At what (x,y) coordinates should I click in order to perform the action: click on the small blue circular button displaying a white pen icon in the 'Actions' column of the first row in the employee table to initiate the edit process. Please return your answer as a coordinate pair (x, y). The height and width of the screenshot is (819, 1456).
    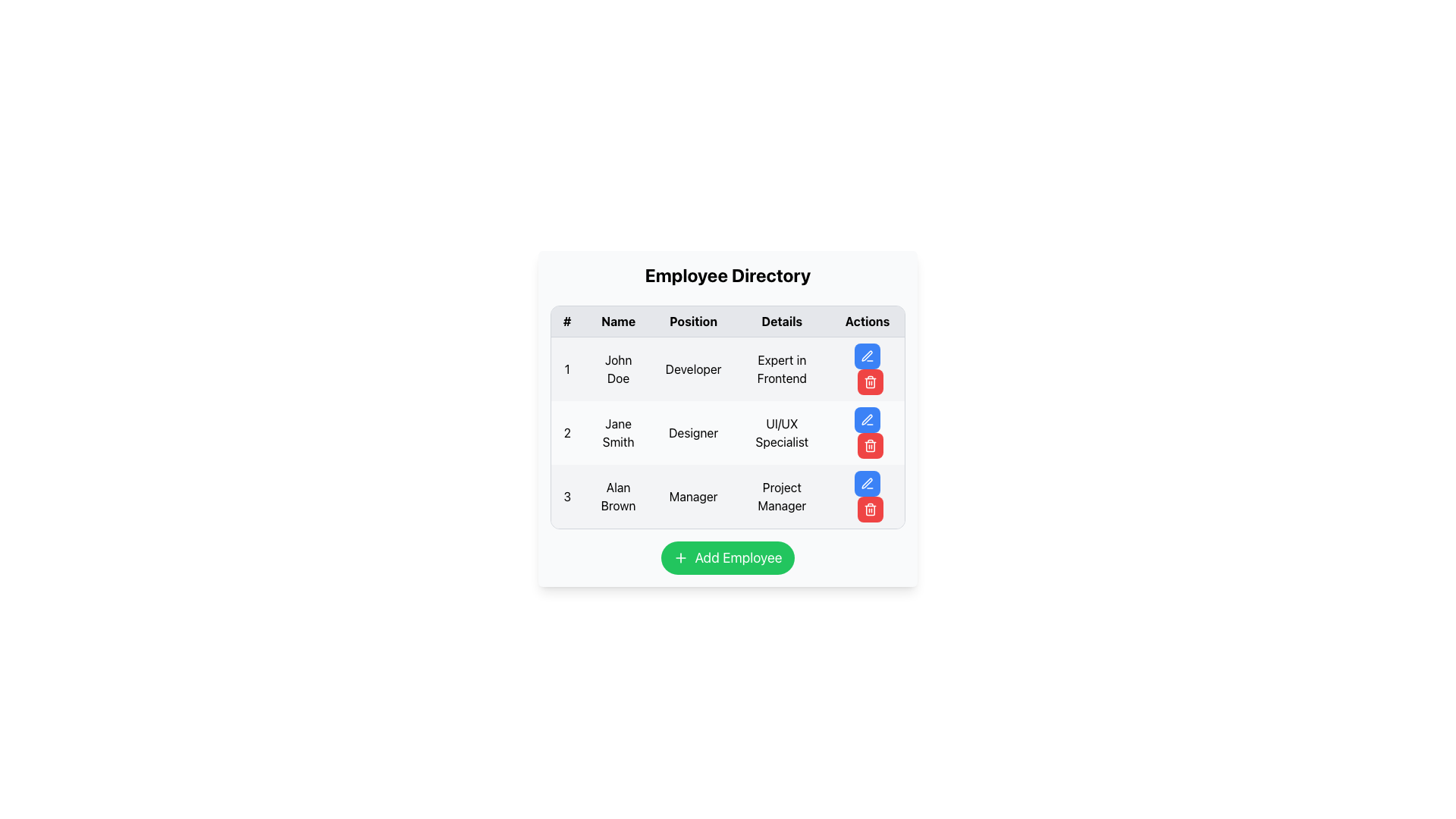
    Looking at the image, I should click on (868, 356).